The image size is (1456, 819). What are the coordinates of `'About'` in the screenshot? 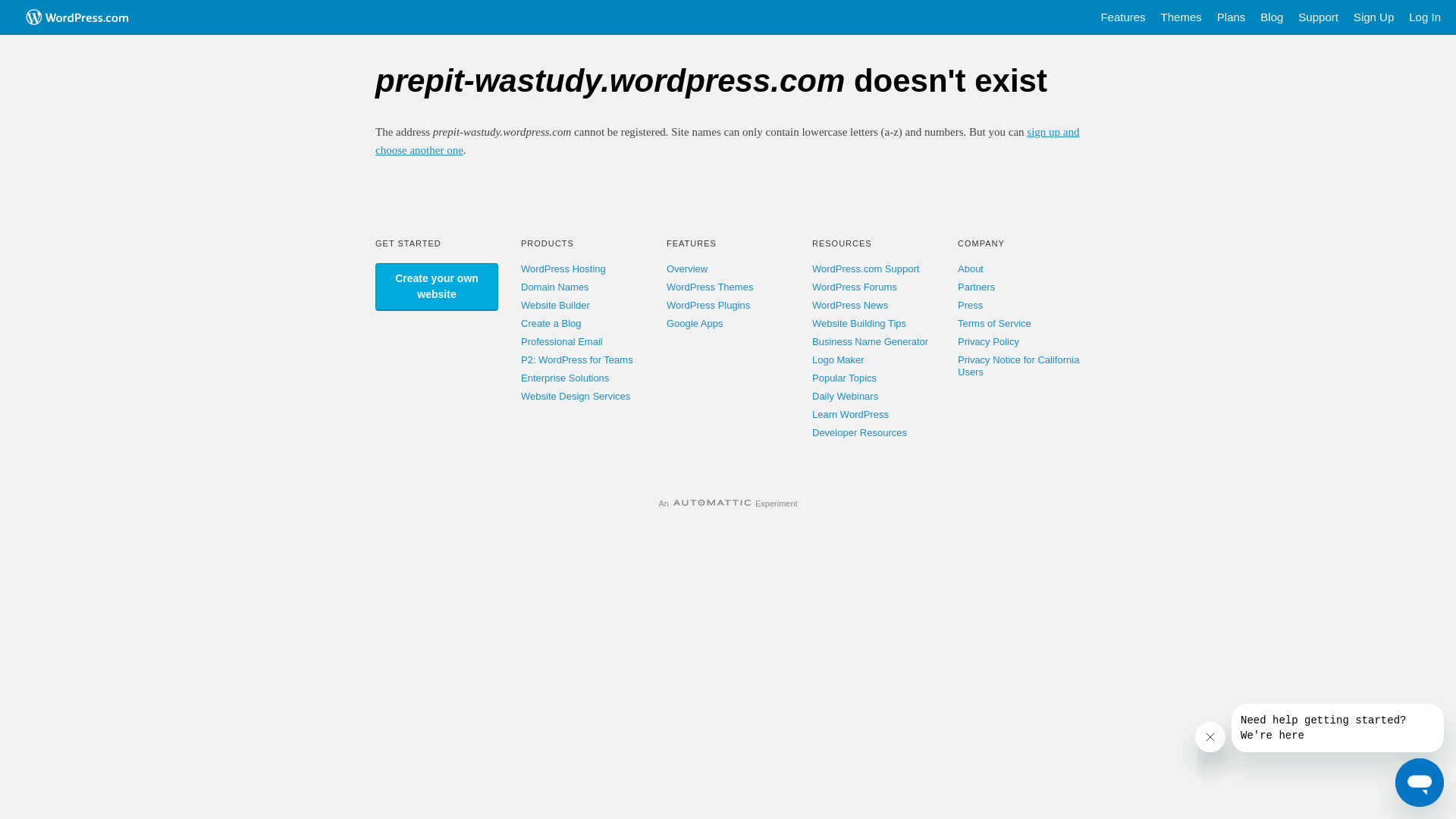 It's located at (971, 268).